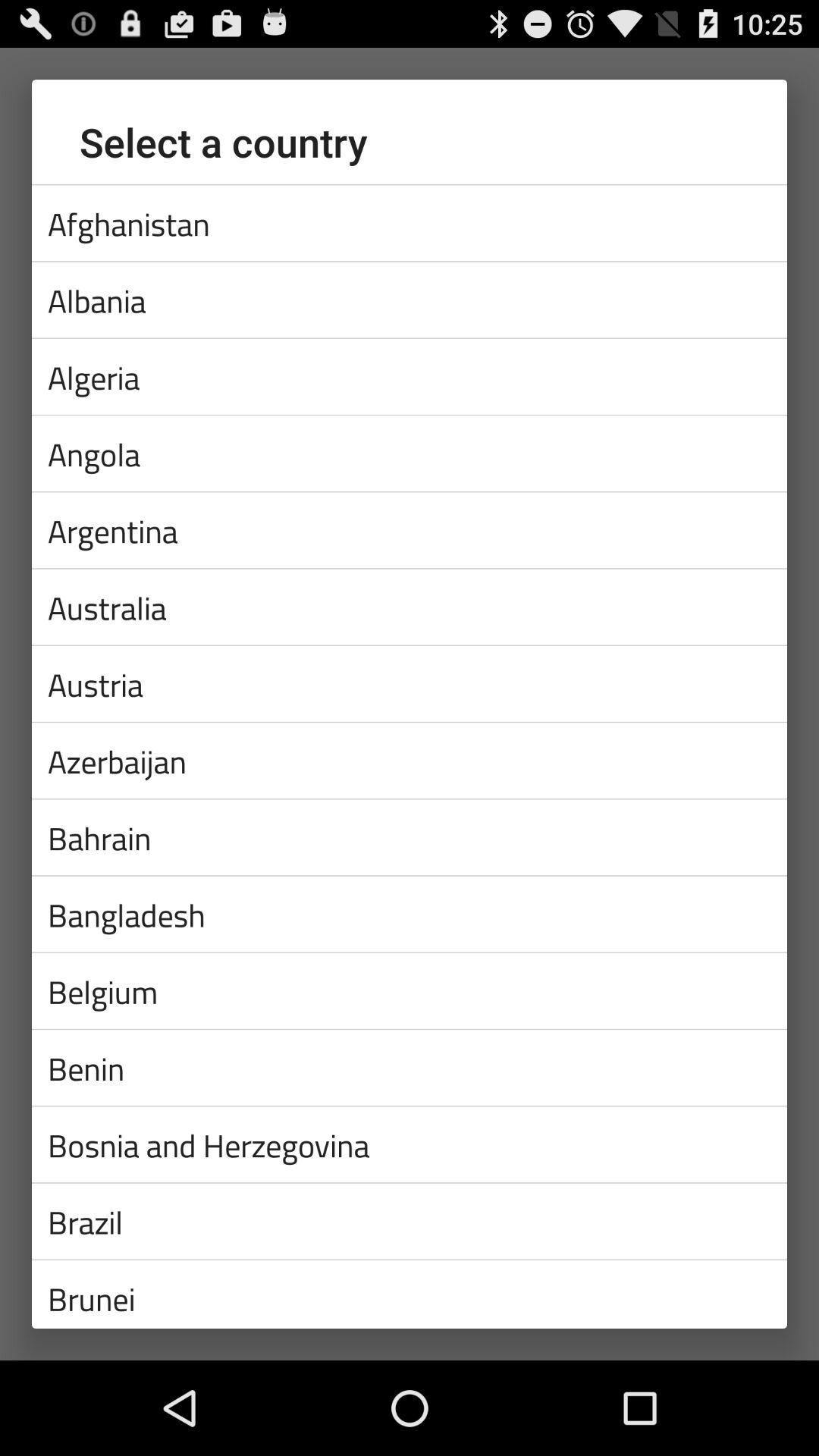 Image resolution: width=819 pixels, height=1456 pixels. I want to click on the bahrain icon, so click(409, 836).